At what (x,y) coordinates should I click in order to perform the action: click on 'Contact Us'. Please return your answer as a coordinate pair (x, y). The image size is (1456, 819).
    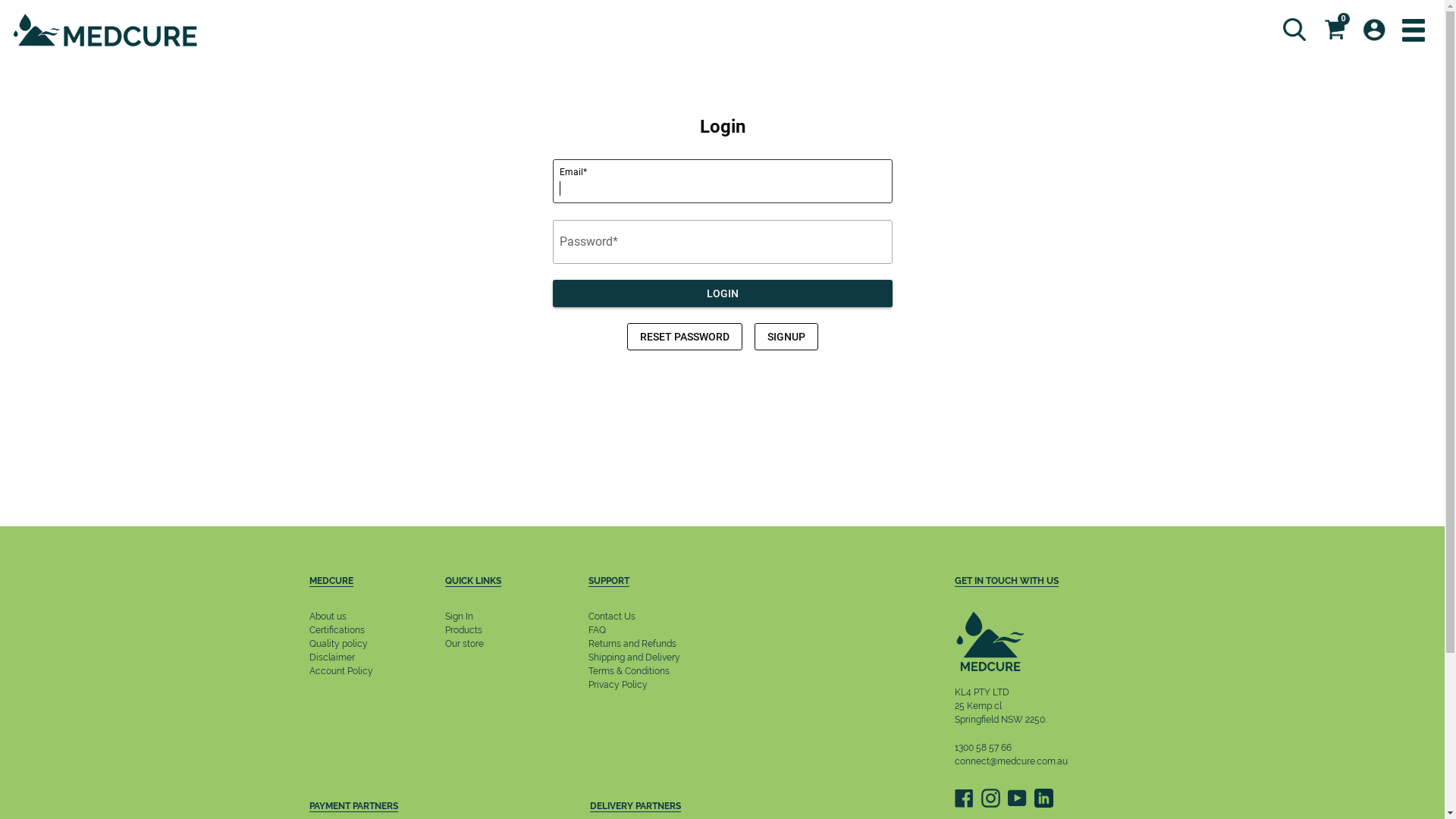
    Looking at the image, I should click on (611, 617).